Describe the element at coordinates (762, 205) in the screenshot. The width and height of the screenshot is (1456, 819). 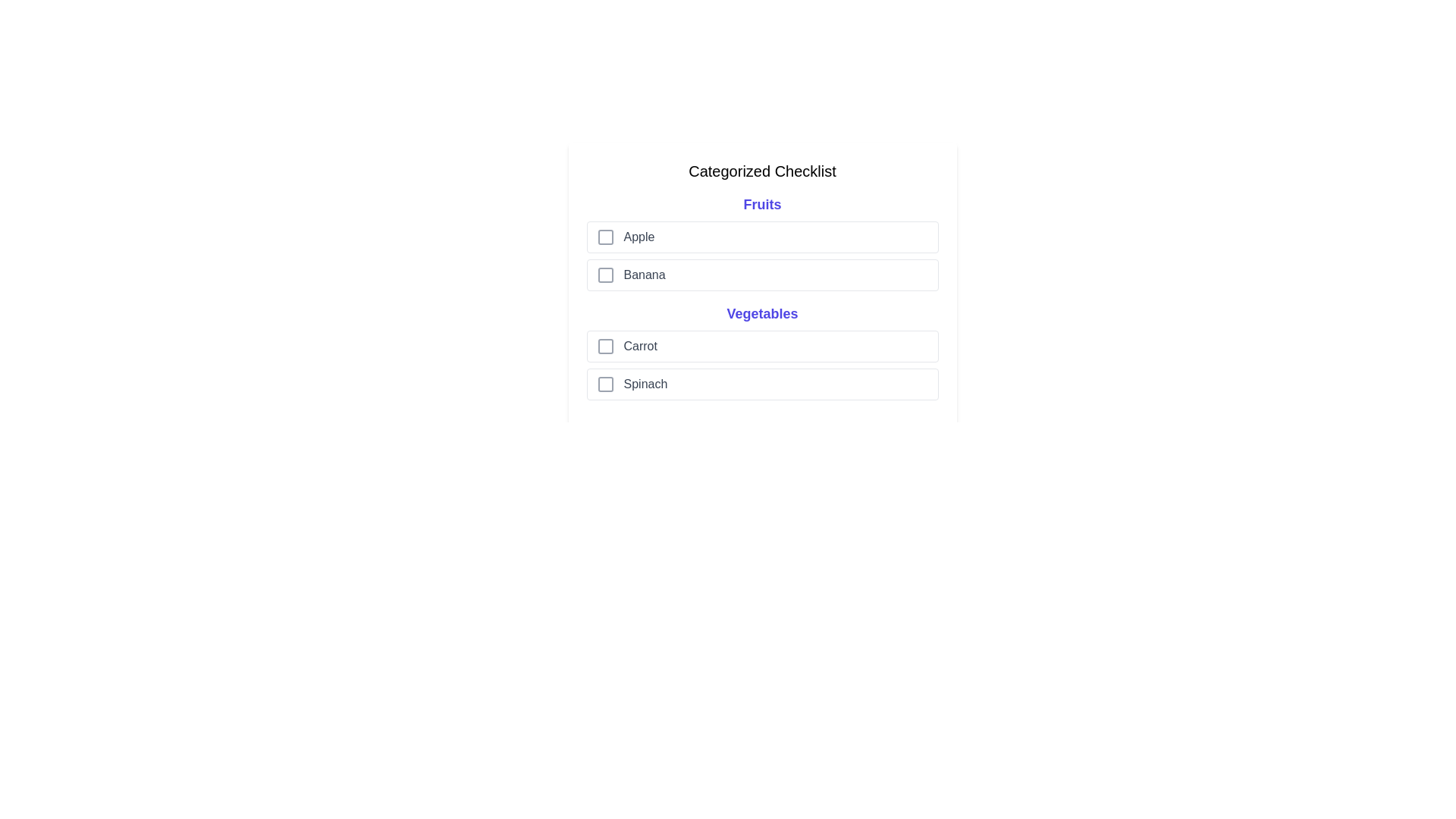
I see `the 'Fruits' category text label, which is positioned at the top of the item list and is centered horizontally in the interface` at that location.